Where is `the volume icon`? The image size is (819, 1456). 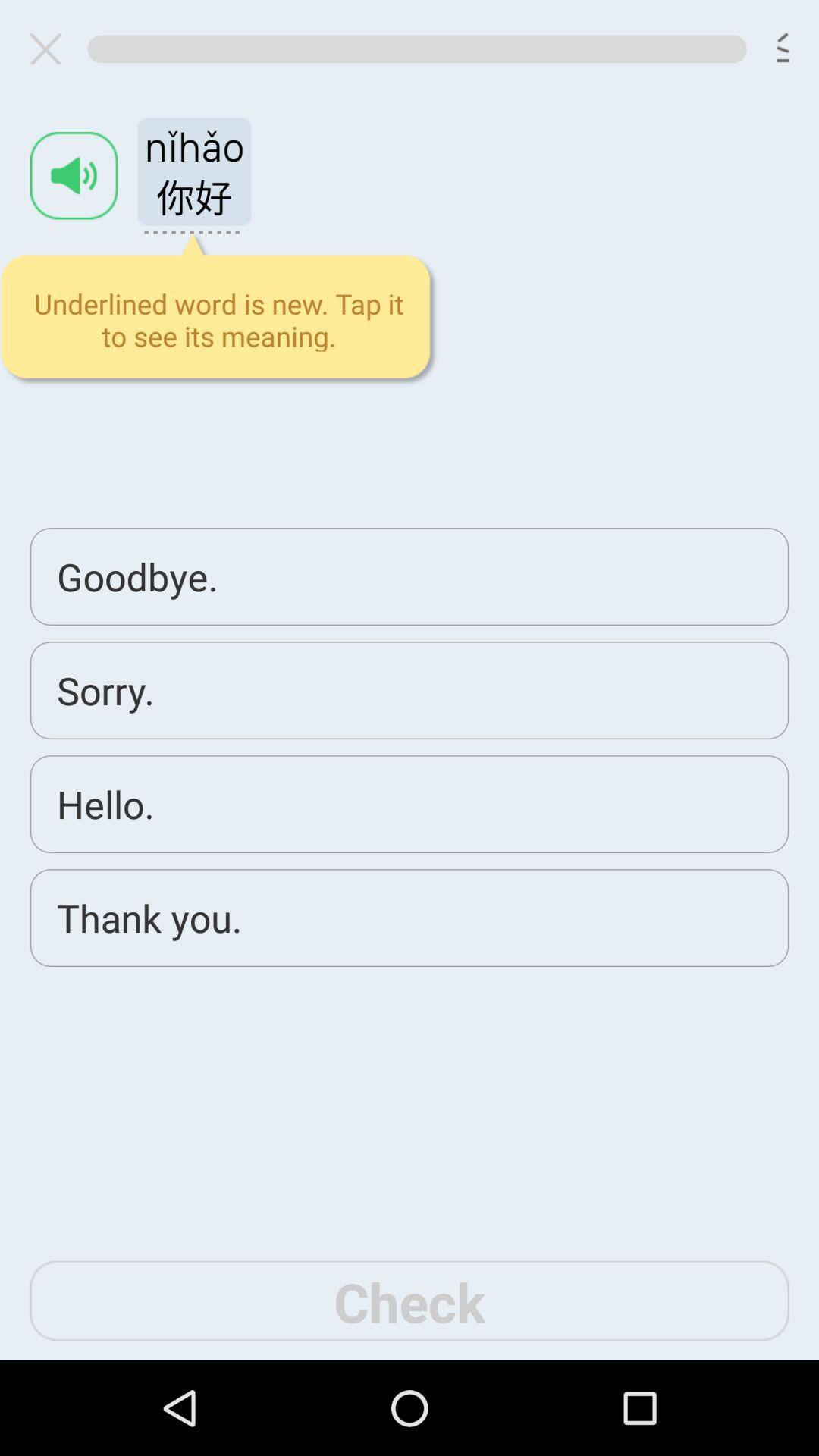 the volume icon is located at coordinates (74, 187).